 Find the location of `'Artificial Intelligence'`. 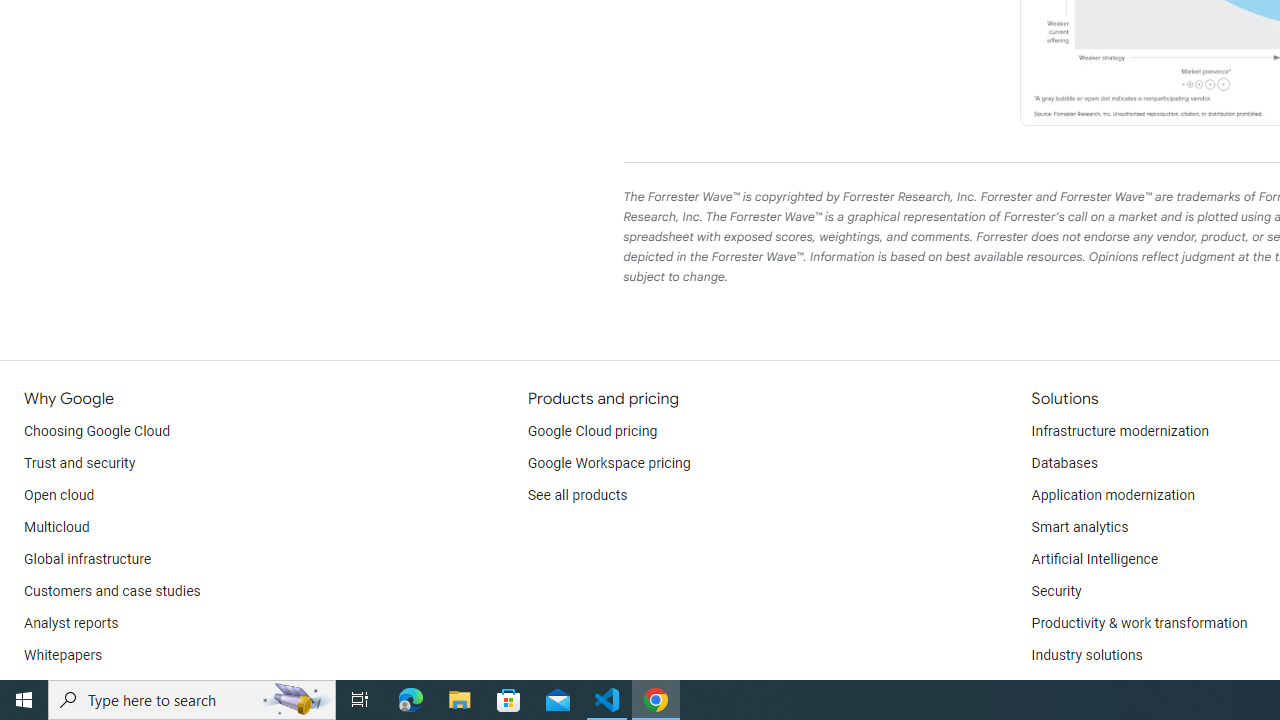

'Artificial Intelligence' is located at coordinates (1093, 560).